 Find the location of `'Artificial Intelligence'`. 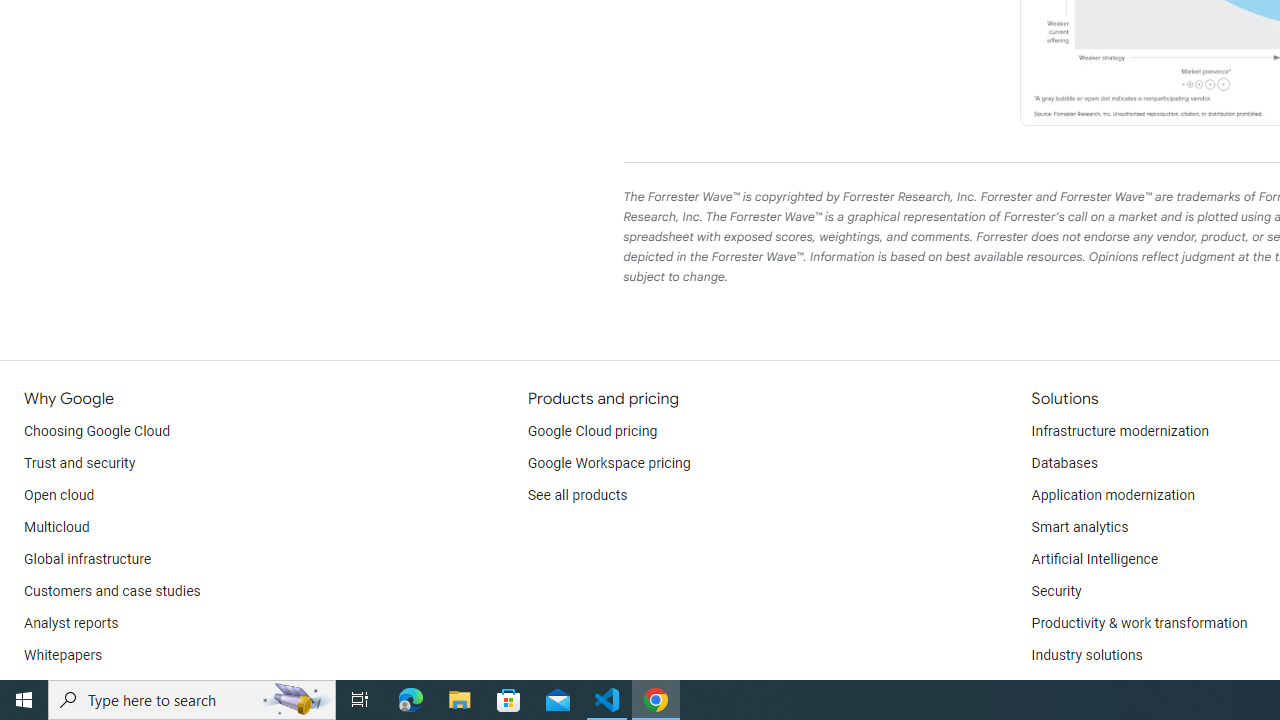

'Artificial Intelligence' is located at coordinates (1093, 560).